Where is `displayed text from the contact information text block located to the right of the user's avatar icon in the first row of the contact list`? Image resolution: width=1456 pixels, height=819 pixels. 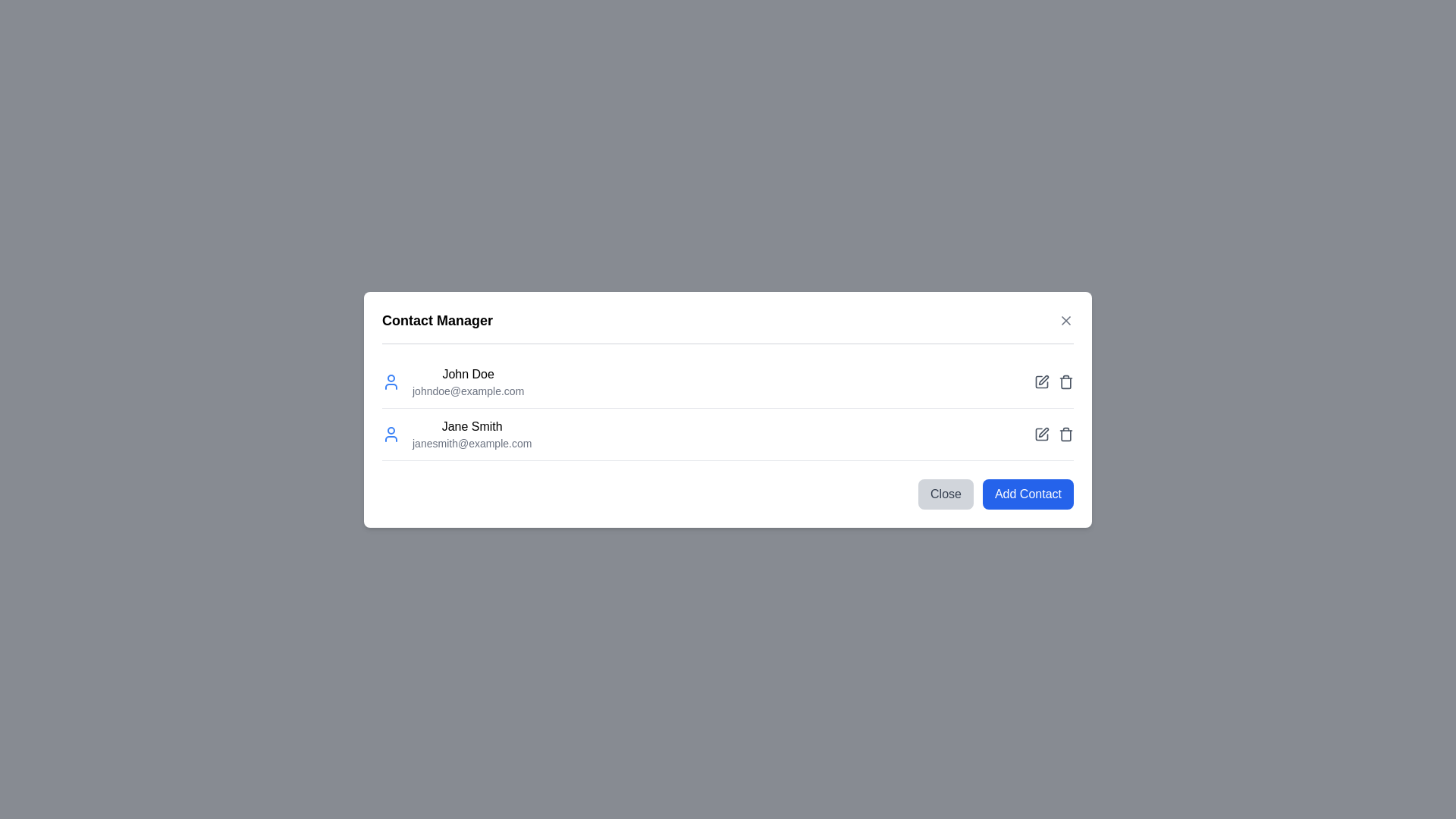 displayed text from the contact information text block located to the right of the user's avatar icon in the first row of the contact list is located at coordinates (467, 381).